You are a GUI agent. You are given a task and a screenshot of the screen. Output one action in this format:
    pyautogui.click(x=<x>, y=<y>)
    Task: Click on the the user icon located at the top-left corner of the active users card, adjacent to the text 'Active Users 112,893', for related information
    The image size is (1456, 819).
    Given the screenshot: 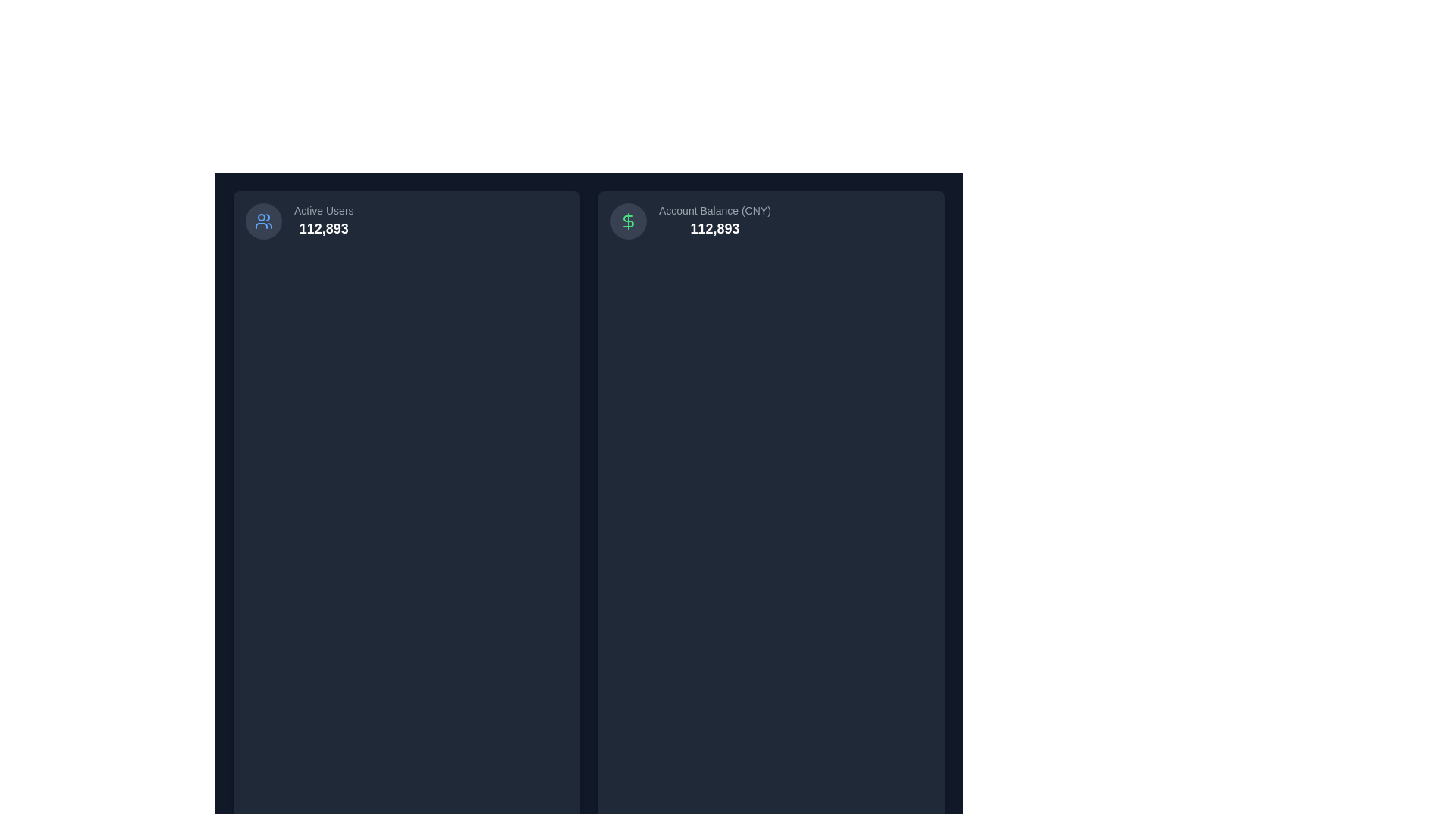 What is the action you would take?
    pyautogui.click(x=263, y=221)
    